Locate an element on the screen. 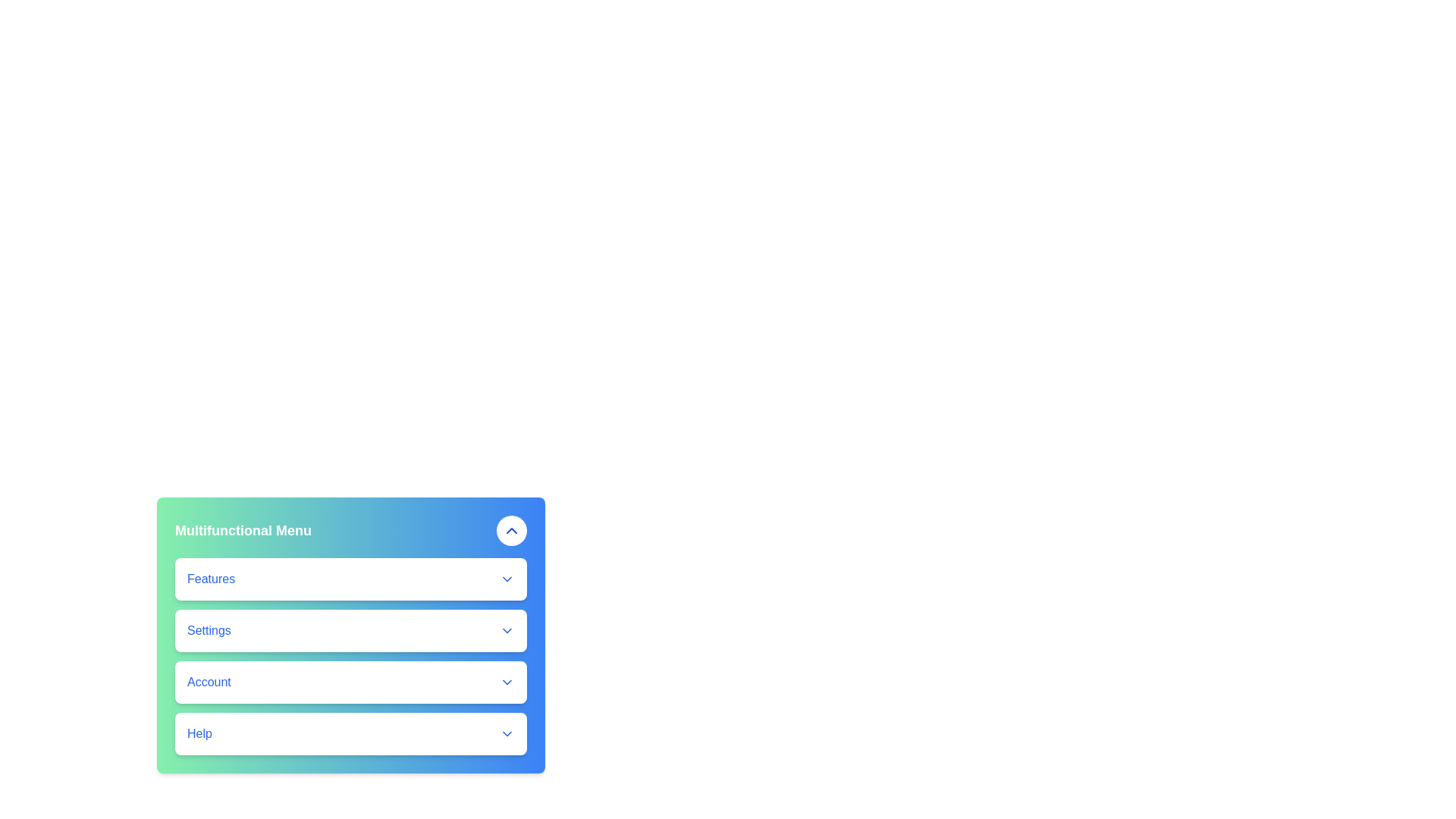  the 'Account' dropdown menu trigger is located at coordinates (350, 681).